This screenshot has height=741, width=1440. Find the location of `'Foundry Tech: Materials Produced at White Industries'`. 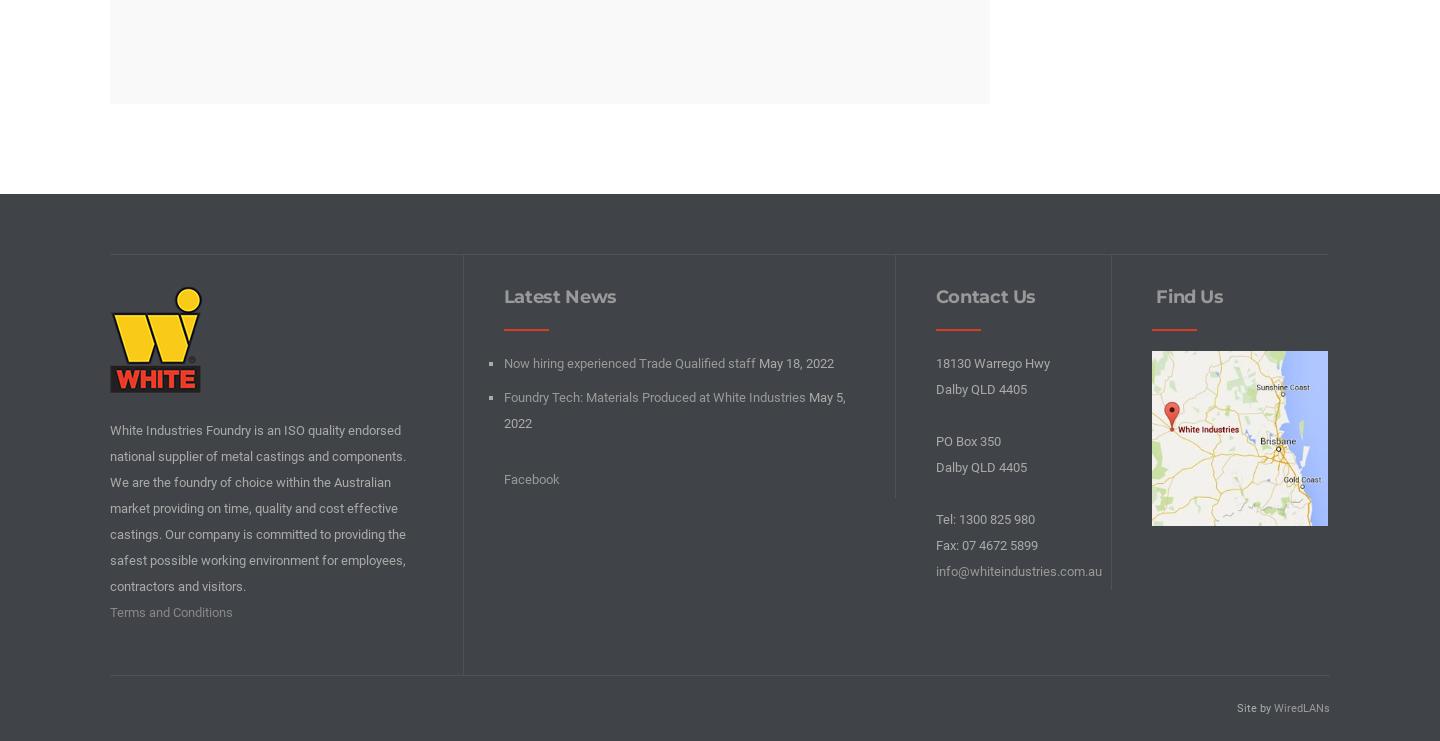

'Foundry Tech: Materials Produced at White Industries' is located at coordinates (501, 397).